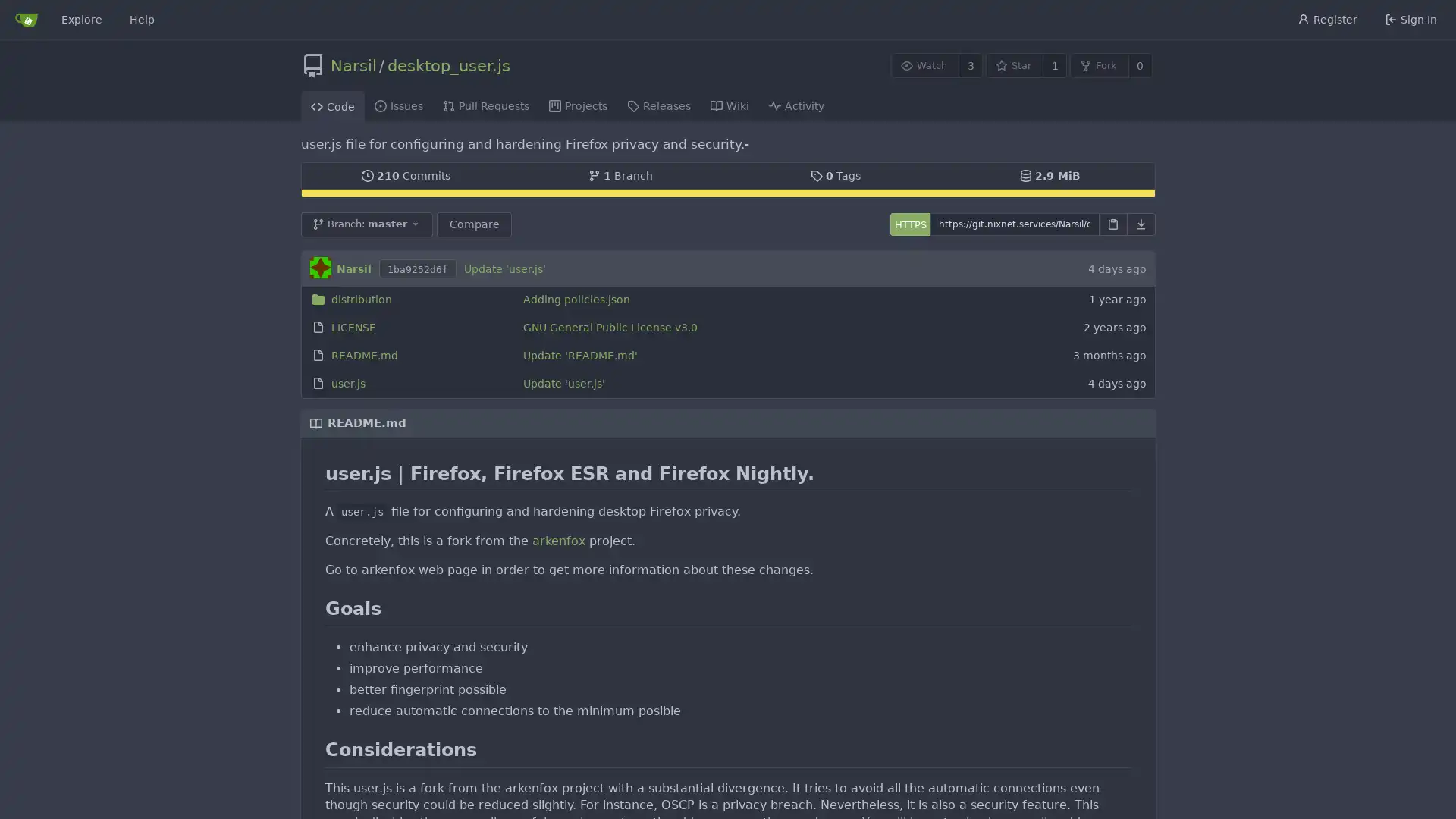  I want to click on Star, so click(1014, 64).